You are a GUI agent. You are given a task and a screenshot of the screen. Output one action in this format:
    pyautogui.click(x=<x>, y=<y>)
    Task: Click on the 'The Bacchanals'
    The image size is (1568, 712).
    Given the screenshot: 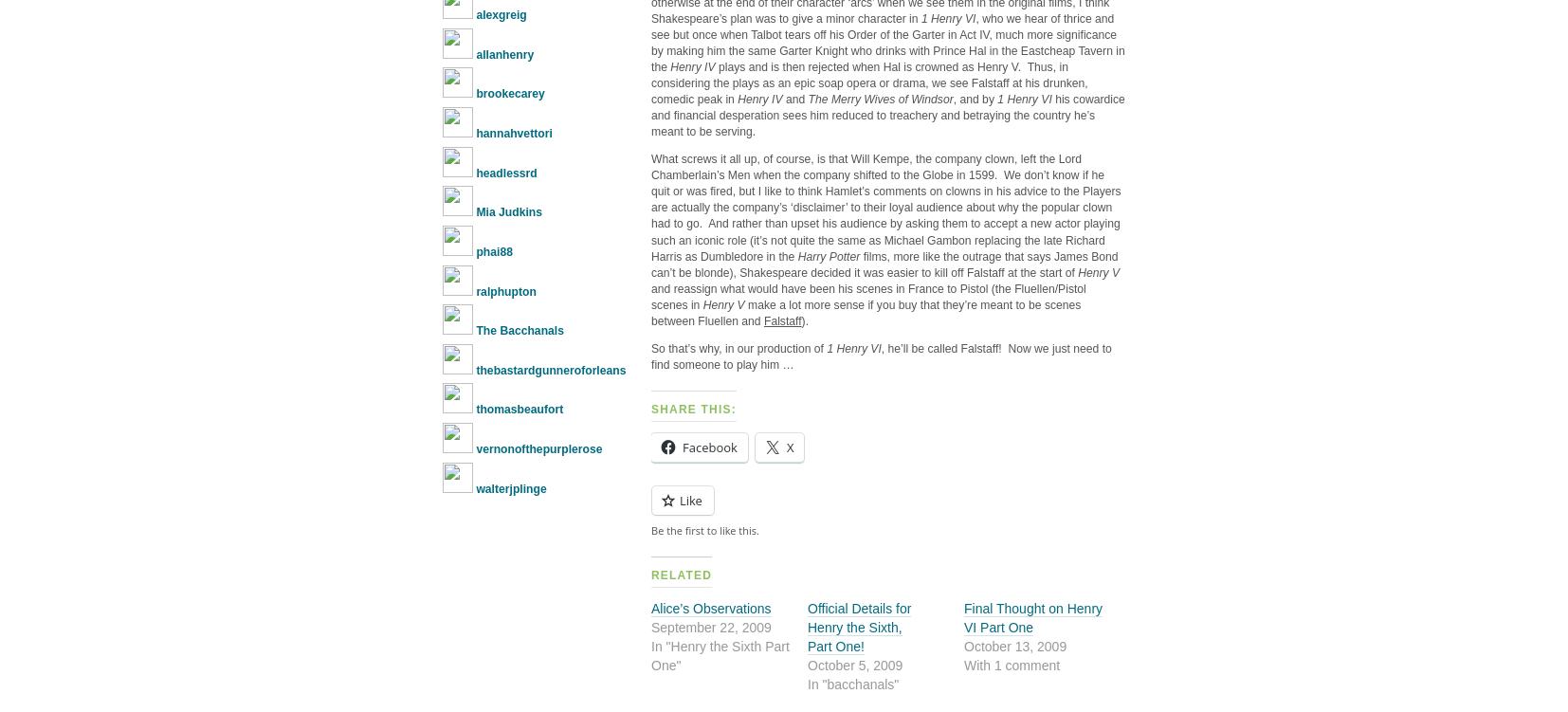 What is the action you would take?
    pyautogui.click(x=519, y=330)
    